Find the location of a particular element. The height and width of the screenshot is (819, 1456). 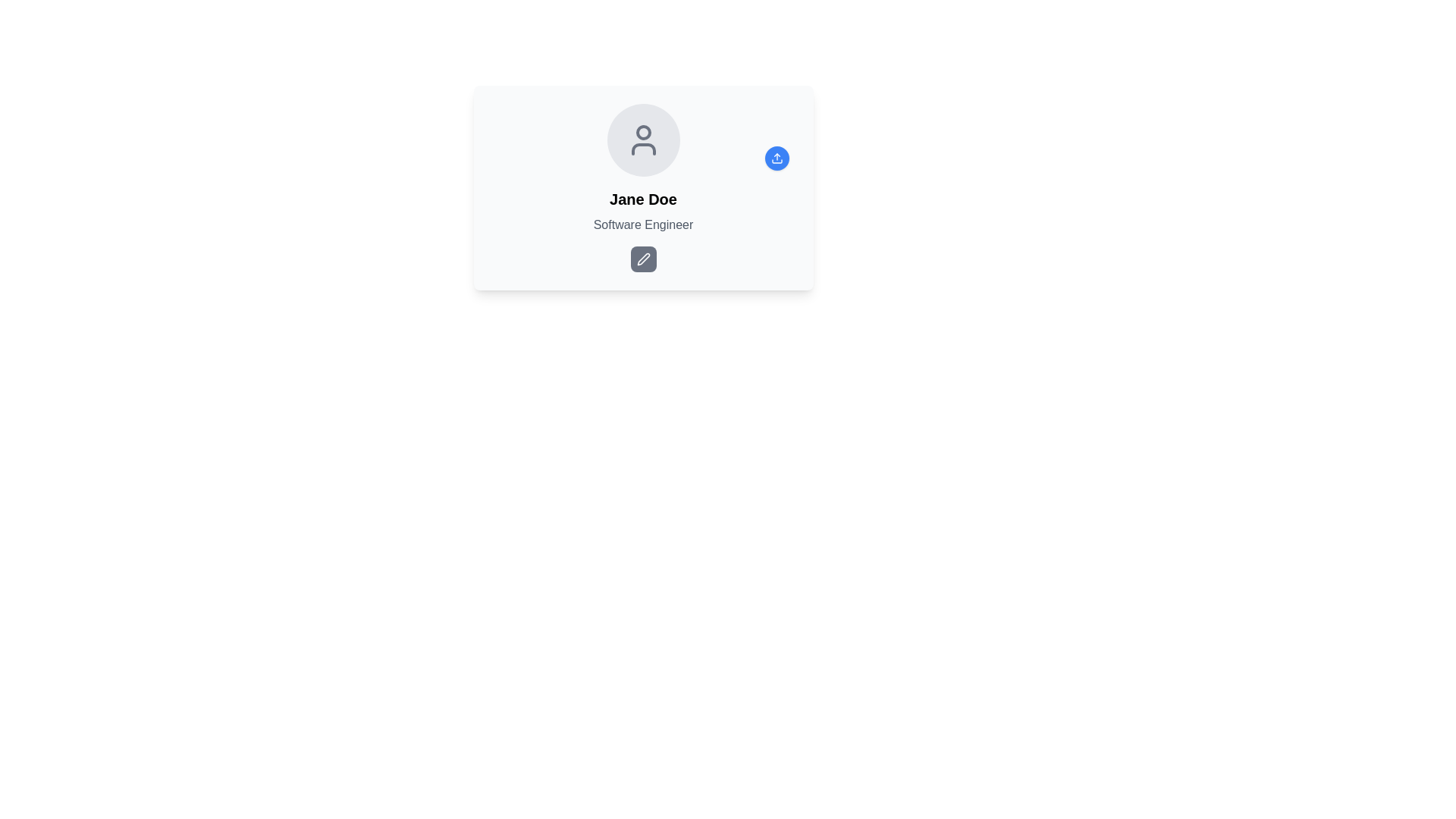

the user icon representing a simplified person silhouette, which is styled in gray and located near the upper center of an information card layout, above the text labels 'Jane Doe' and 'Software Engineer' is located at coordinates (643, 140).